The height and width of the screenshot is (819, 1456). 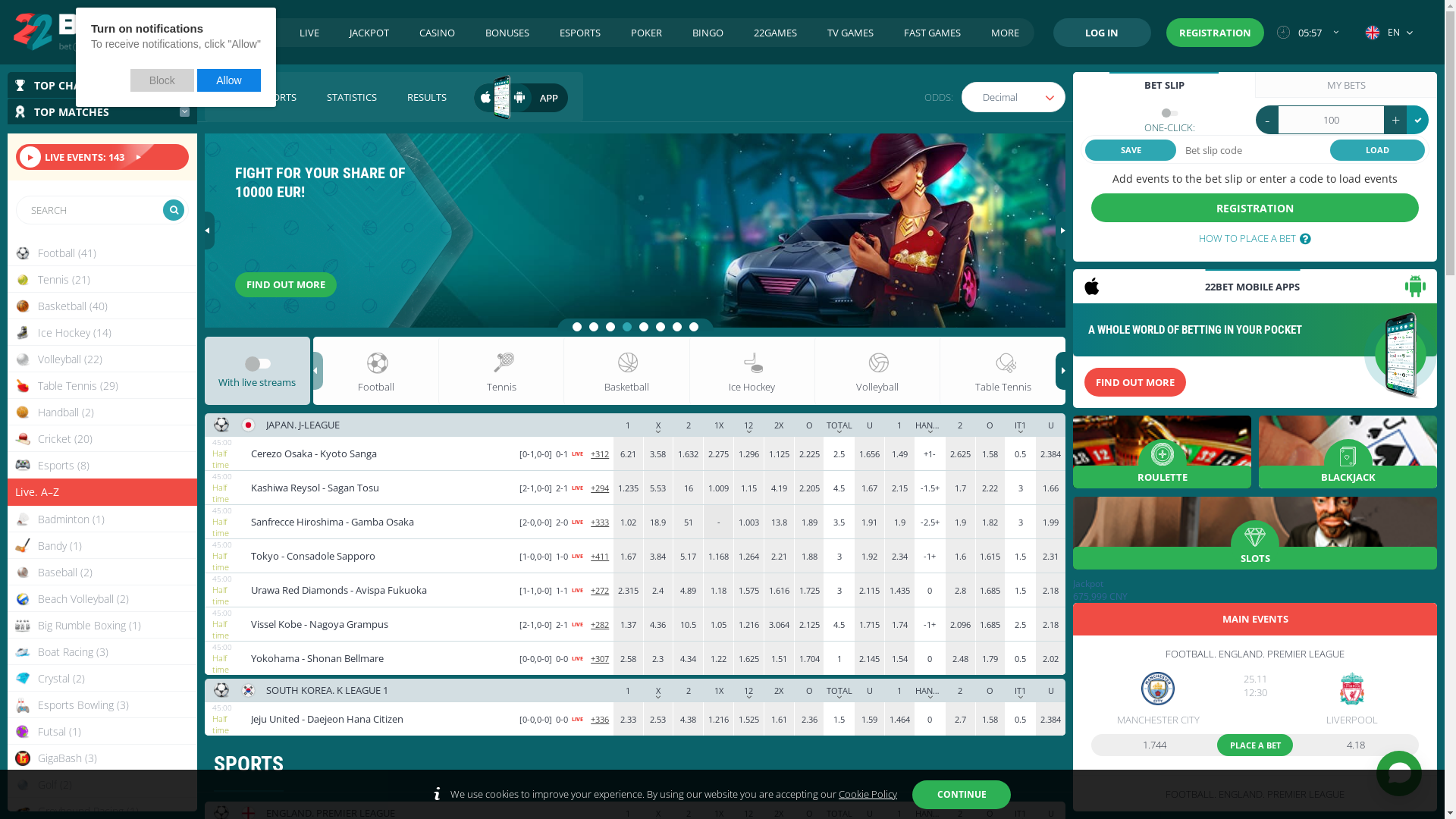 I want to click on 'POKER', so click(x=646, y=32).